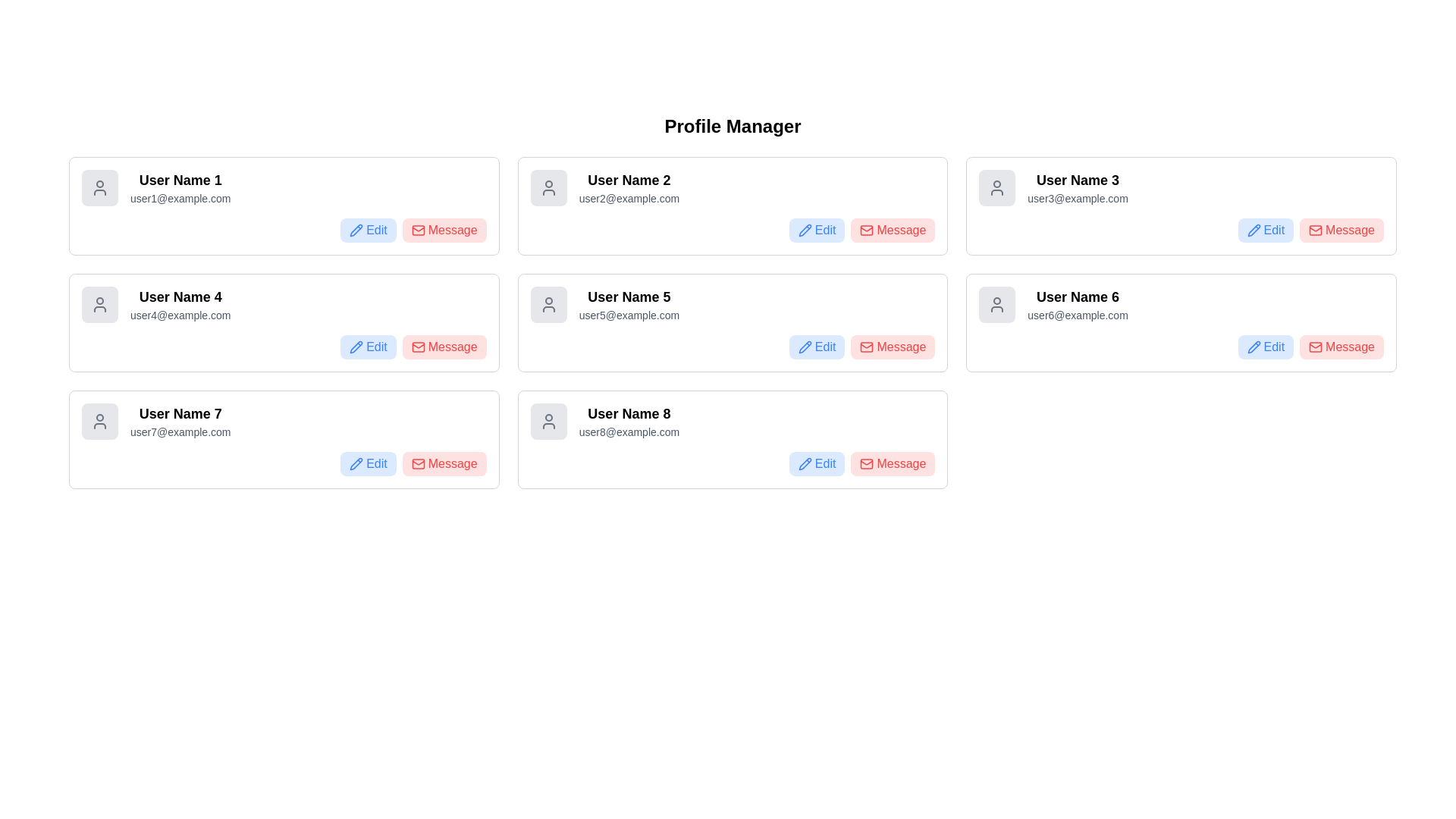 This screenshot has height=819, width=1456. I want to click on the user profile icon, which is a minimalistic SVG representation of a person, located within the profile card of 'User Name 2', so click(548, 187).